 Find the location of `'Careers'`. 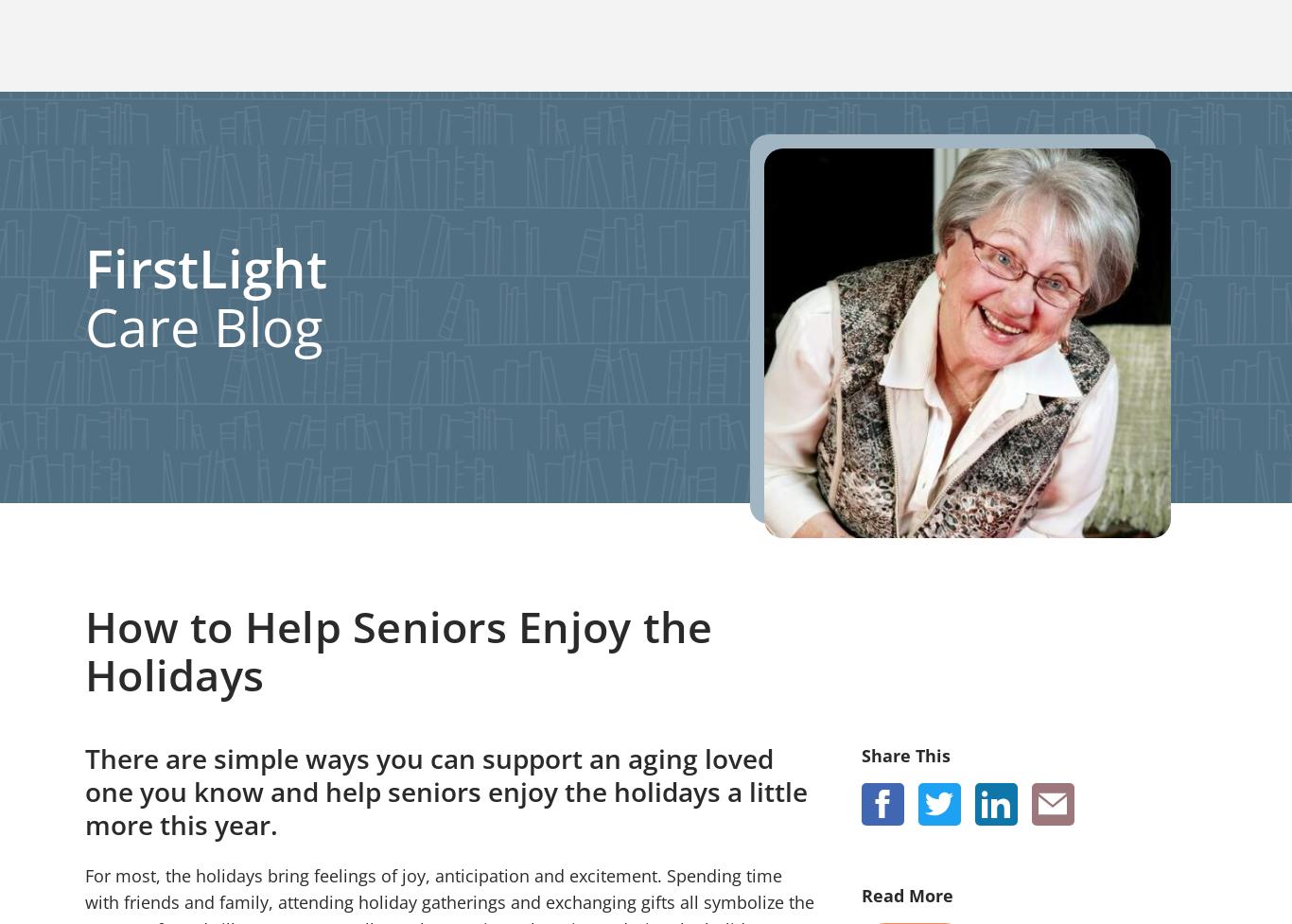

'Careers' is located at coordinates (719, 44).